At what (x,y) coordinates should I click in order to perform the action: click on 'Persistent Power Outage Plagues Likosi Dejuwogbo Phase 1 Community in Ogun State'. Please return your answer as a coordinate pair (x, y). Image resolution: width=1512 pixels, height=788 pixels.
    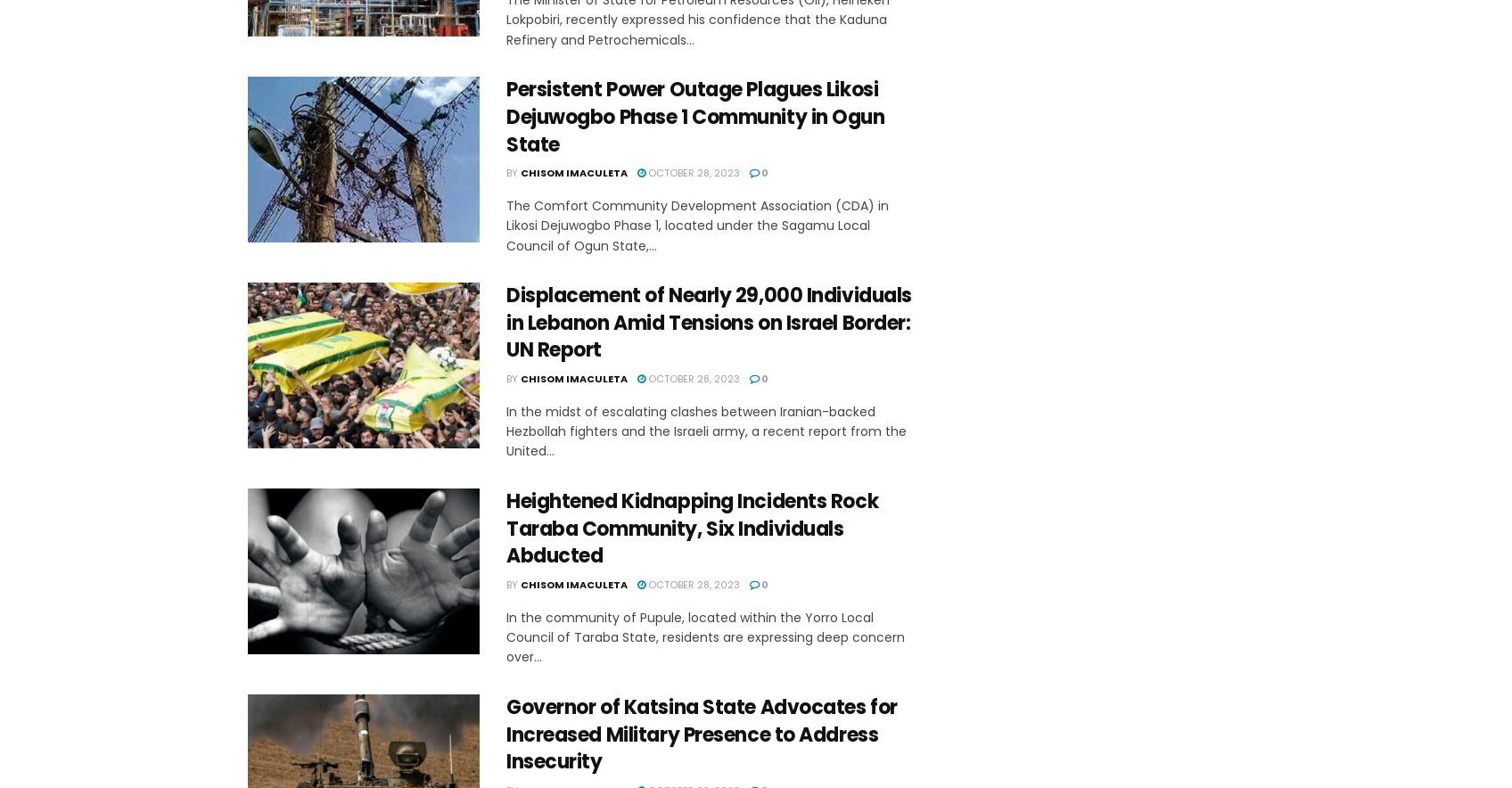
    Looking at the image, I should click on (694, 115).